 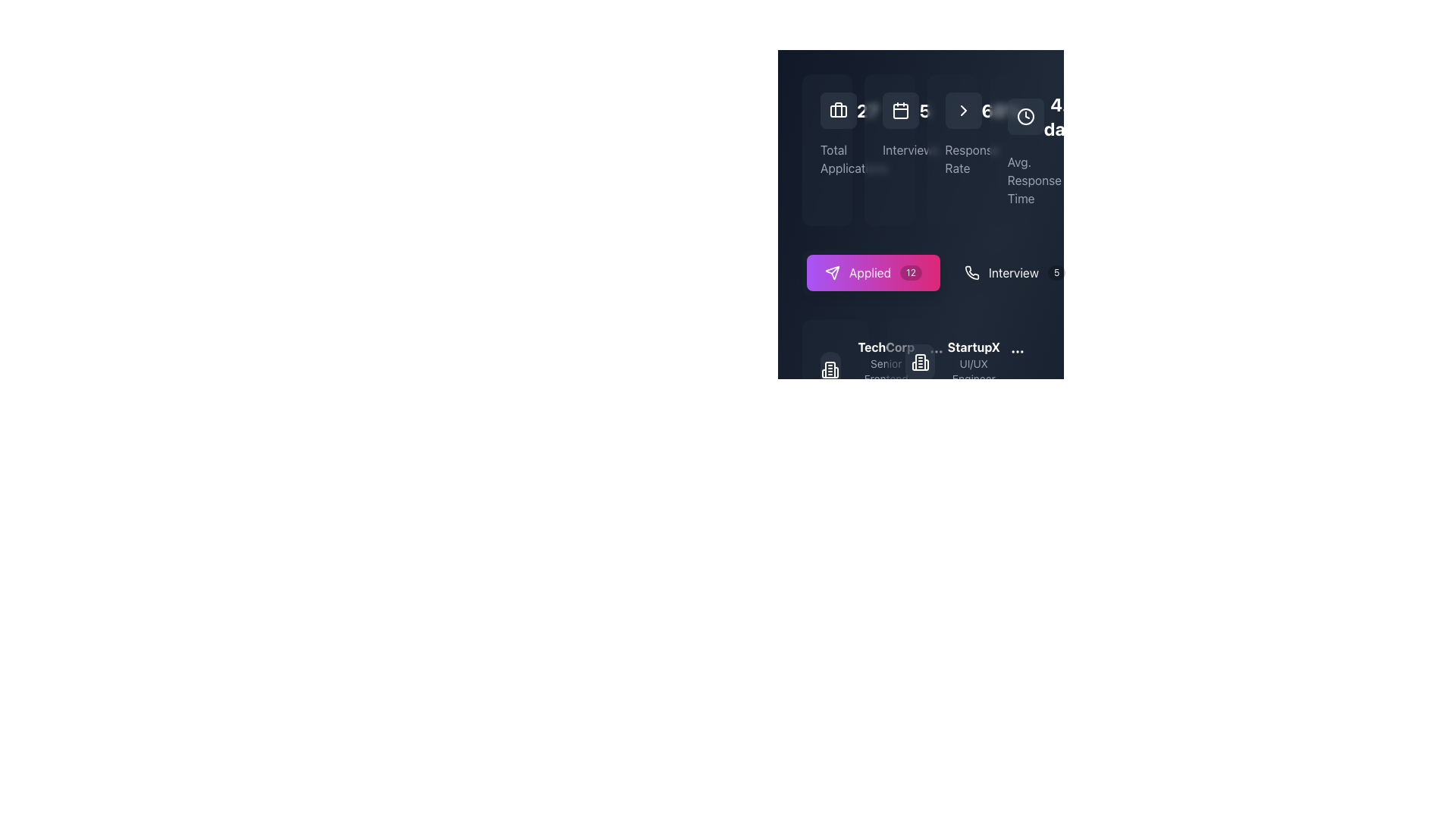 I want to click on the informational display containing the location 'San Francisco, CA', the salary range '$120k - $150k', and the status 'Under Review', located above the 'View Profile' button, so click(x=835, y=502).